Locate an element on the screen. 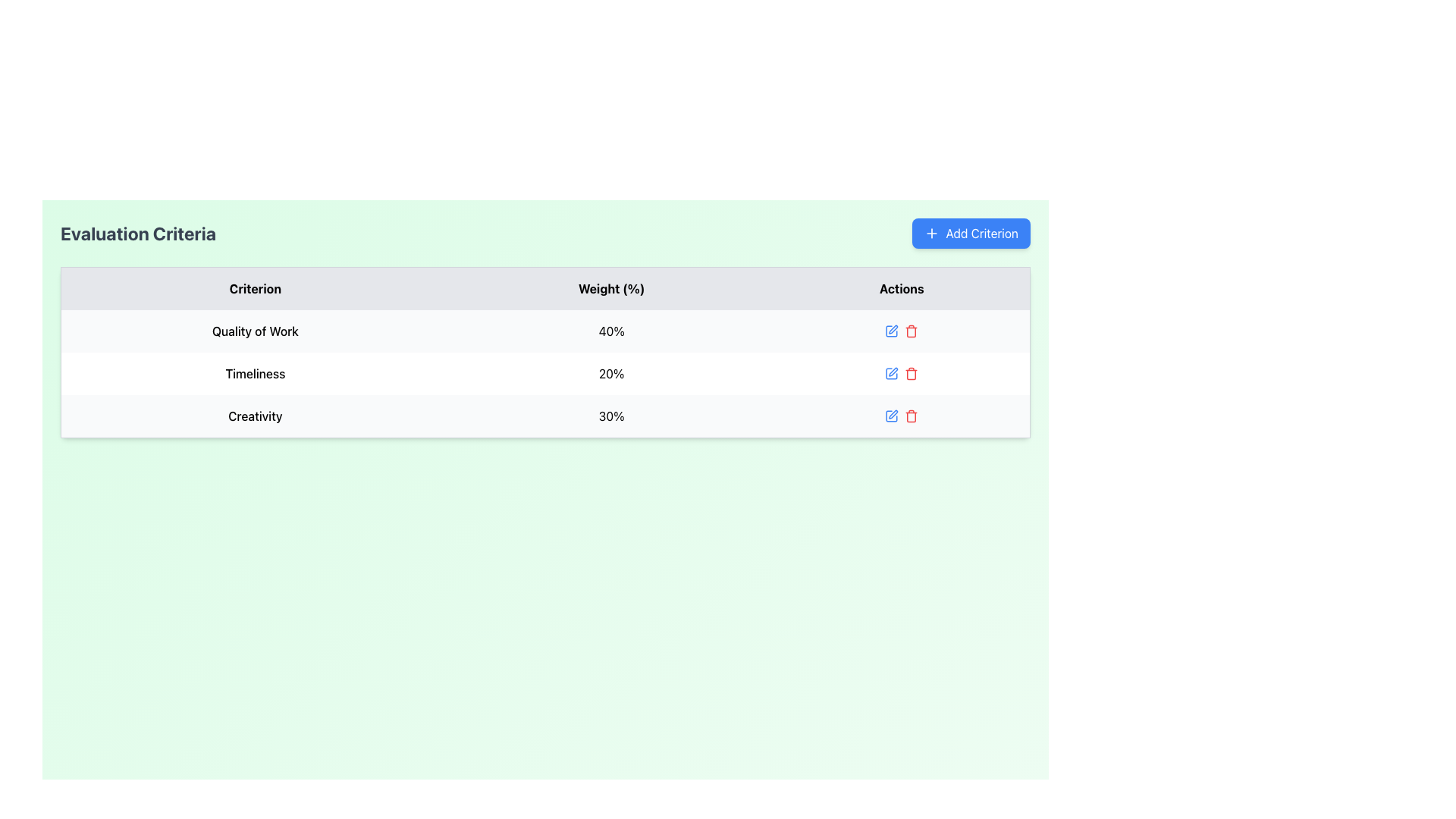  the delete icon located in the action cell of the 'Actions' column for the 'Creativity' criterion with a percentage value of 30% is located at coordinates (902, 416).